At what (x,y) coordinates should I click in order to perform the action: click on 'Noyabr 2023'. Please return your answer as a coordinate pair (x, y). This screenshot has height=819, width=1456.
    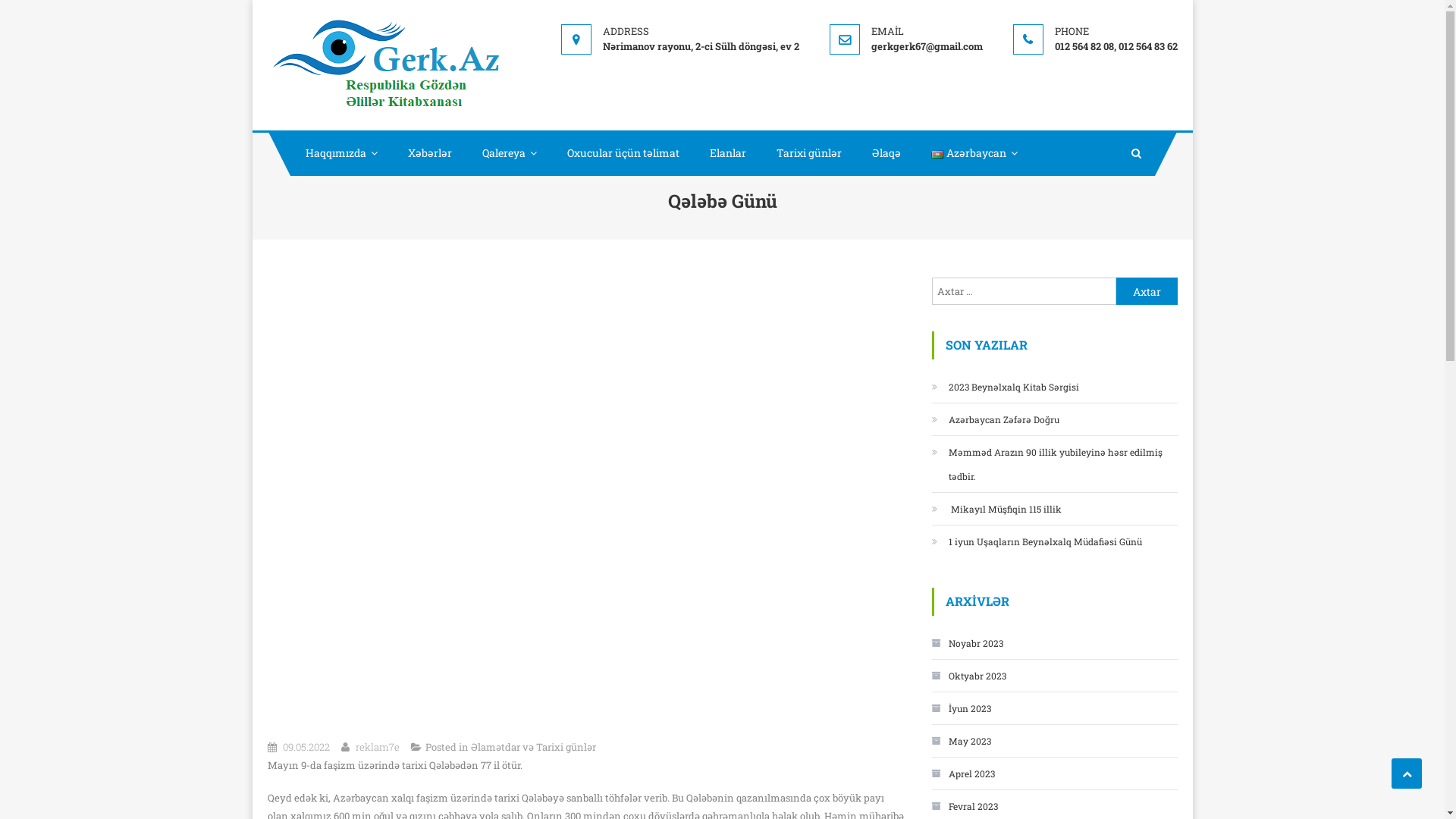
    Looking at the image, I should click on (966, 643).